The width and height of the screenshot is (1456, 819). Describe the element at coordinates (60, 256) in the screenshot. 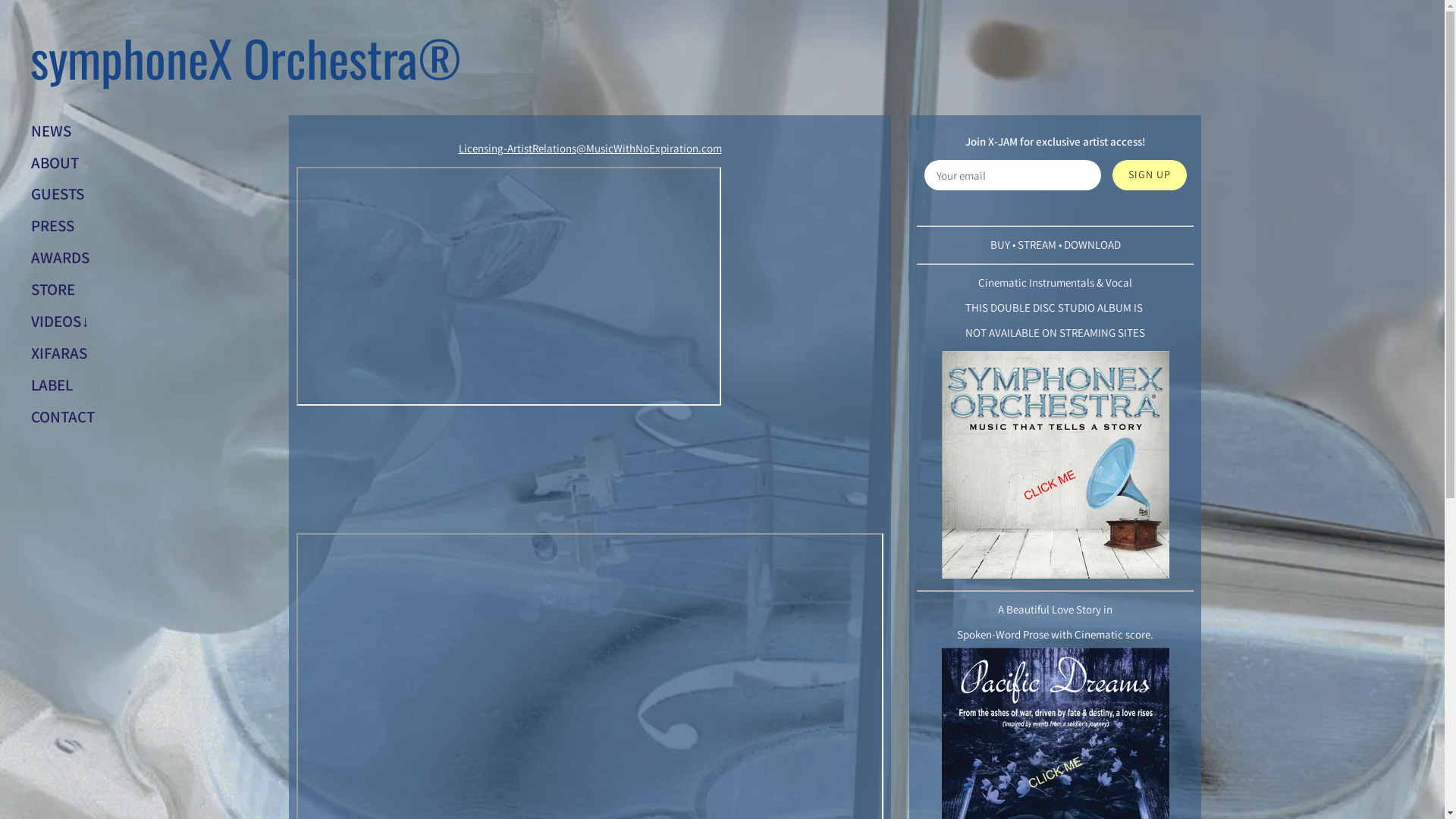

I see `'AWARDS'` at that location.